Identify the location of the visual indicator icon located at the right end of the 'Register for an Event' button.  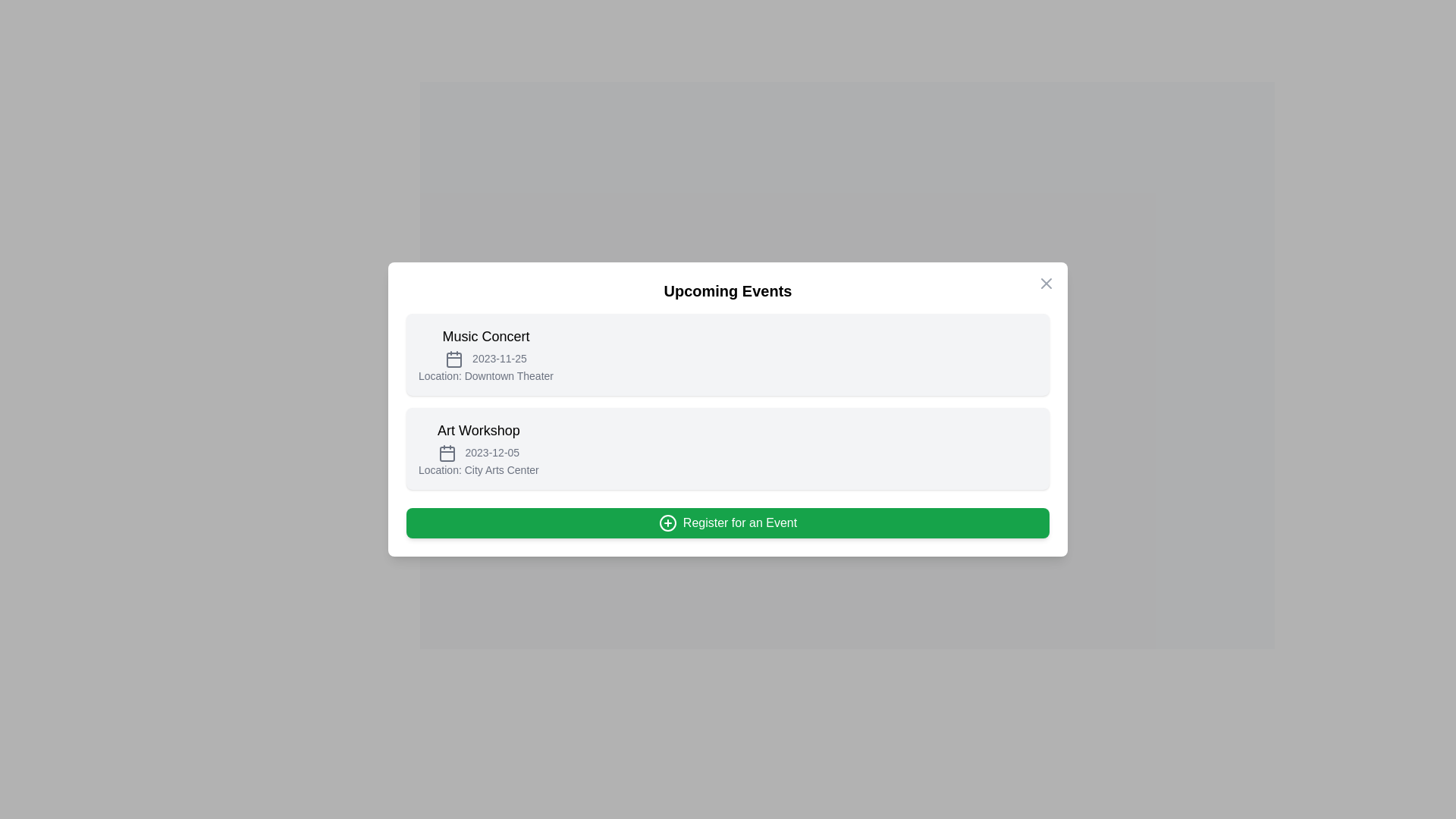
(667, 522).